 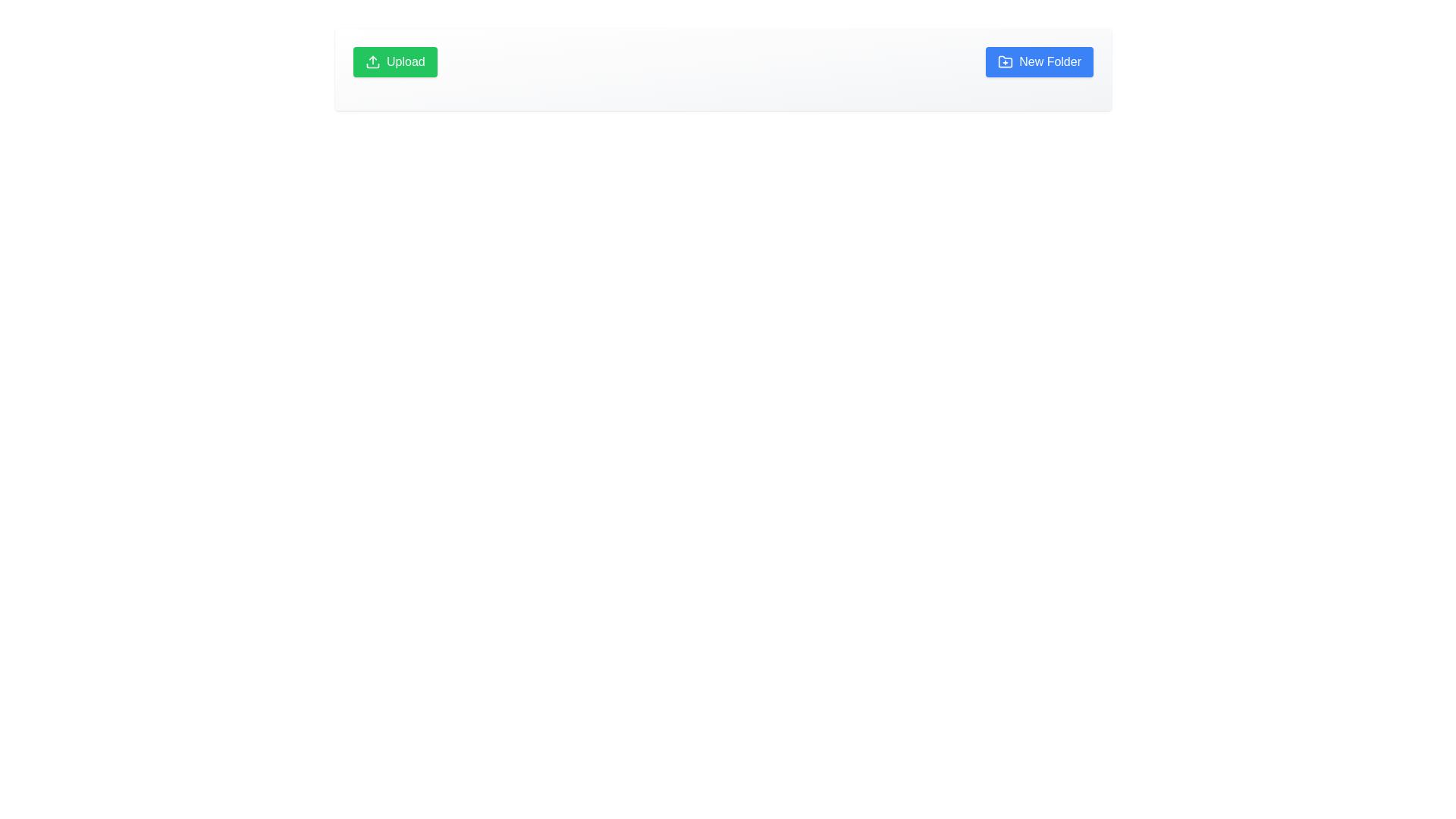 I want to click on graphical icon component, which consists of a horizontal line and is located to the left of the 'Upload' label in the green button, so click(x=372, y=65).